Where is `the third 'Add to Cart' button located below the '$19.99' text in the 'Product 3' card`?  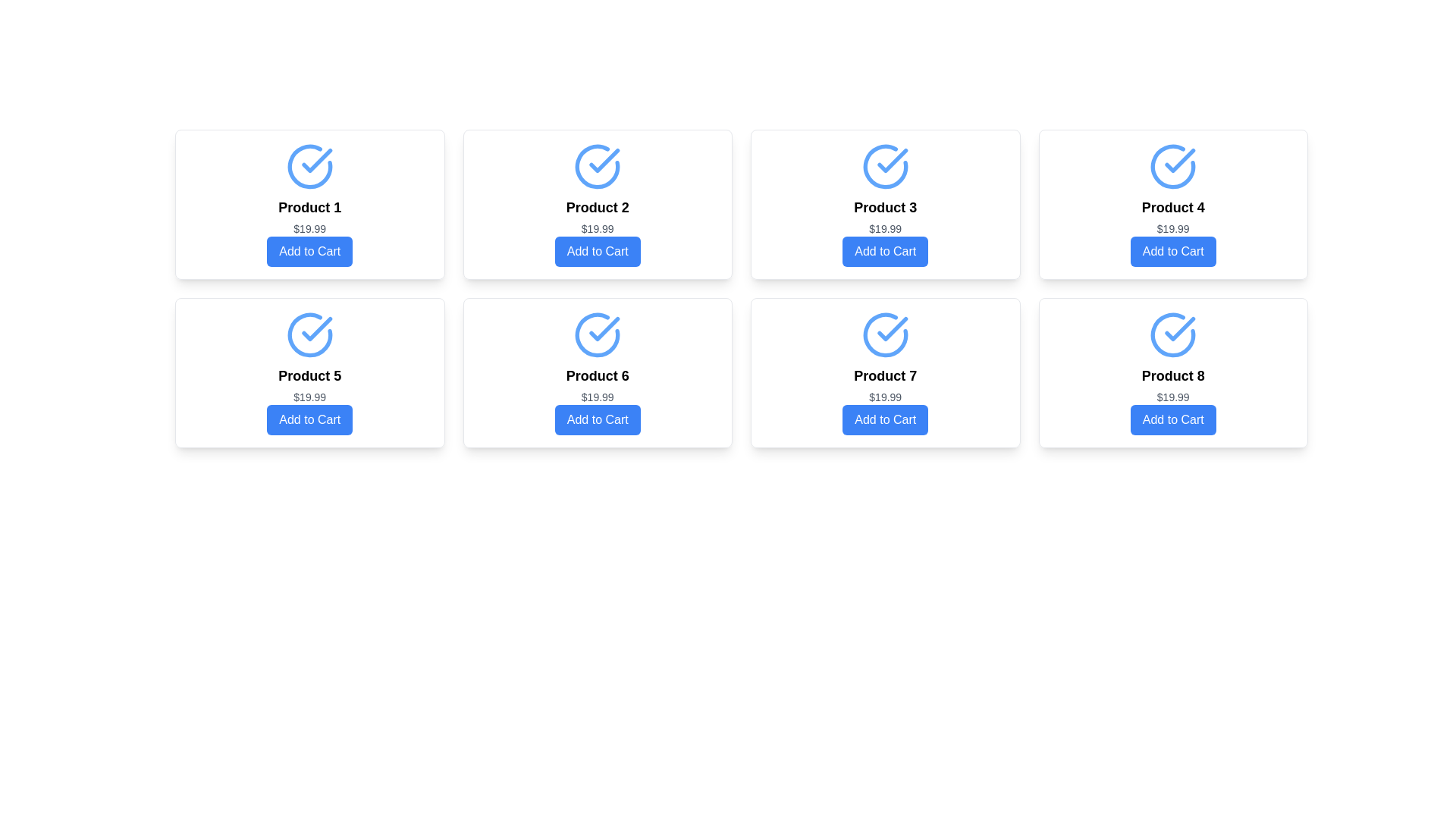 the third 'Add to Cart' button located below the '$19.99' text in the 'Product 3' card is located at coordinates (885, 250).